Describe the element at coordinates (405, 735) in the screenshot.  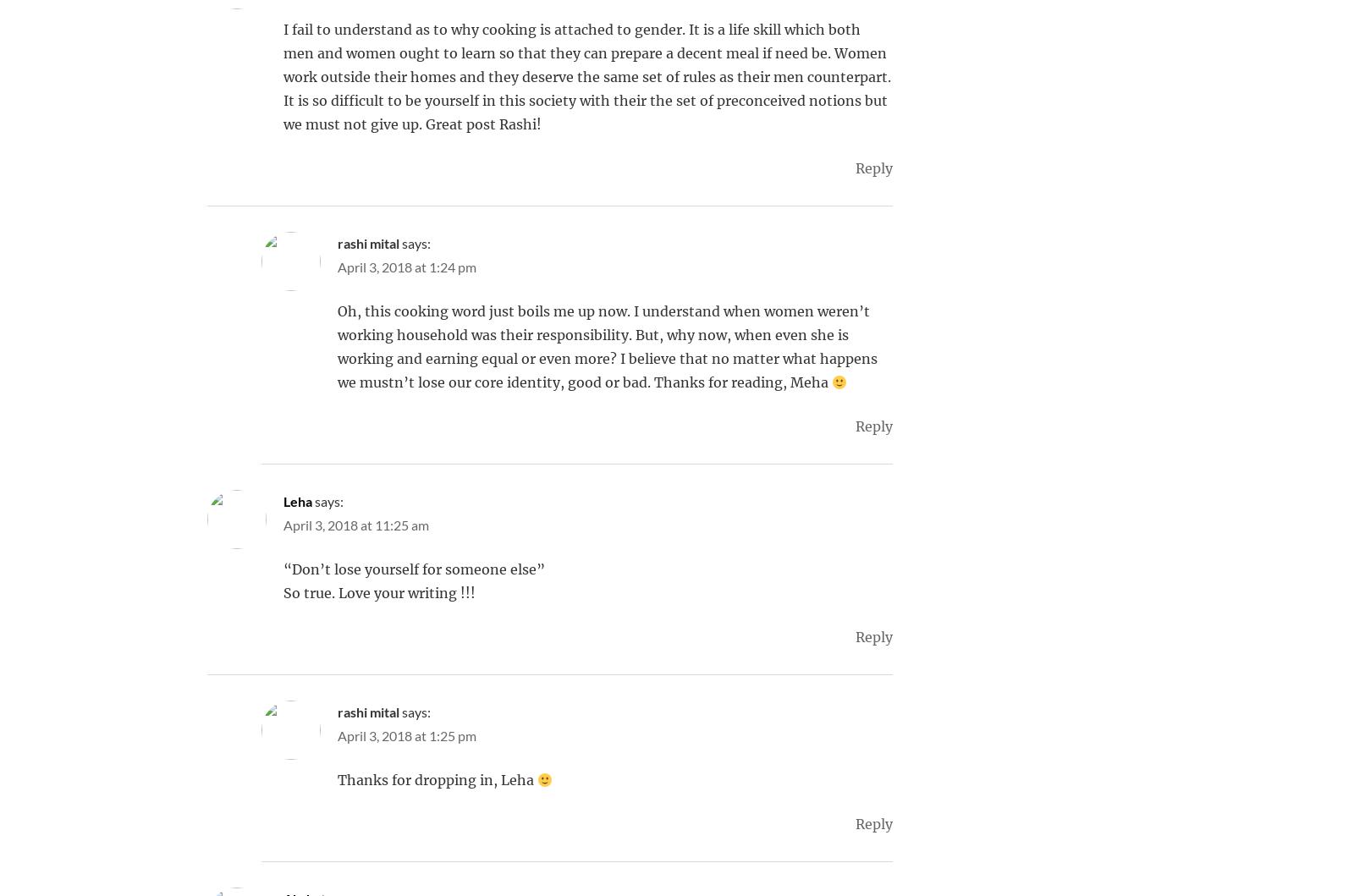
I see `'April 3, 2018 at 1:25 pm'` at that location.